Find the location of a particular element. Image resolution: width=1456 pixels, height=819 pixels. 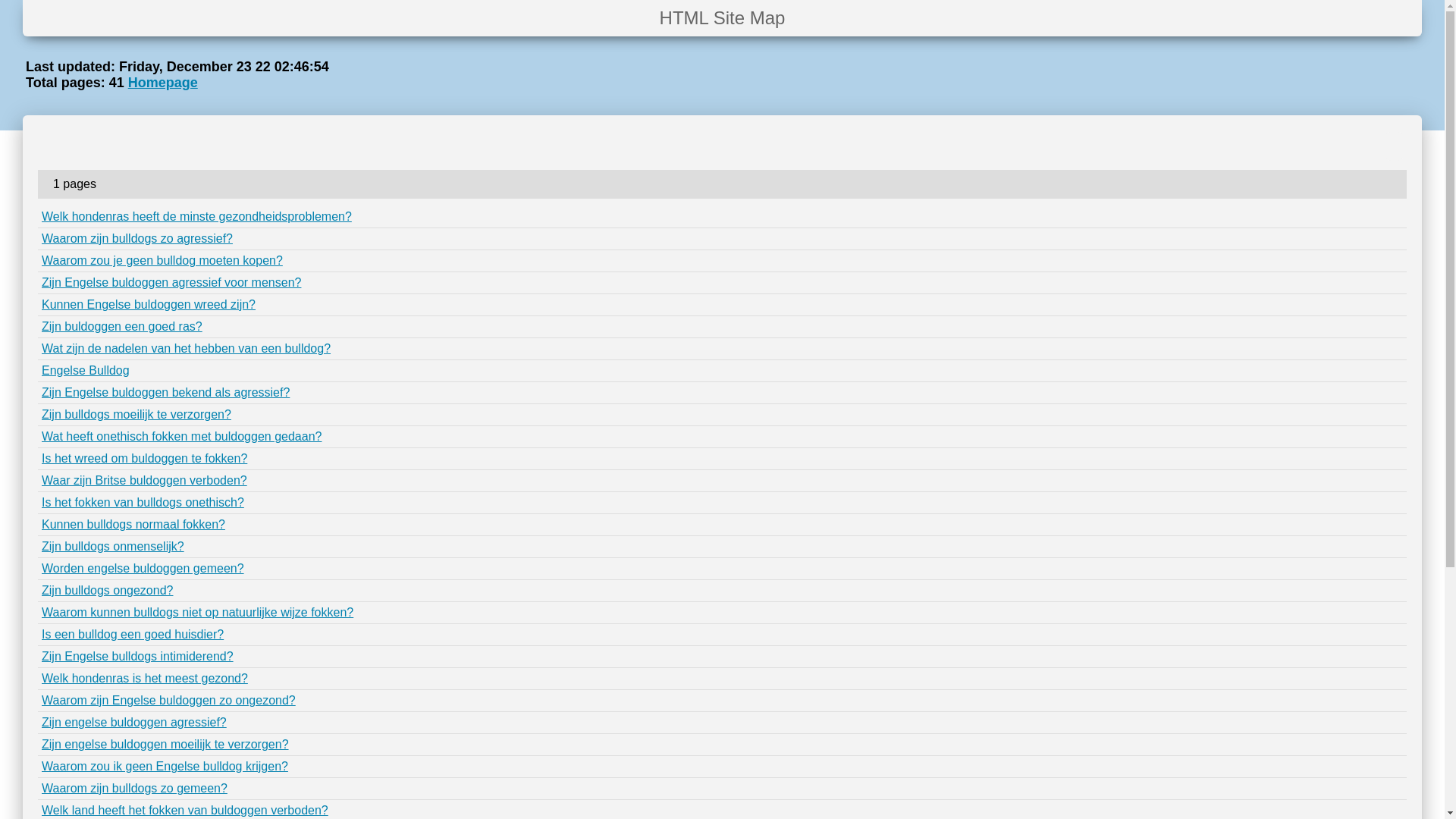

'Is het wreed om buldoggen te fokken?' is located at coordinates (144, 457).